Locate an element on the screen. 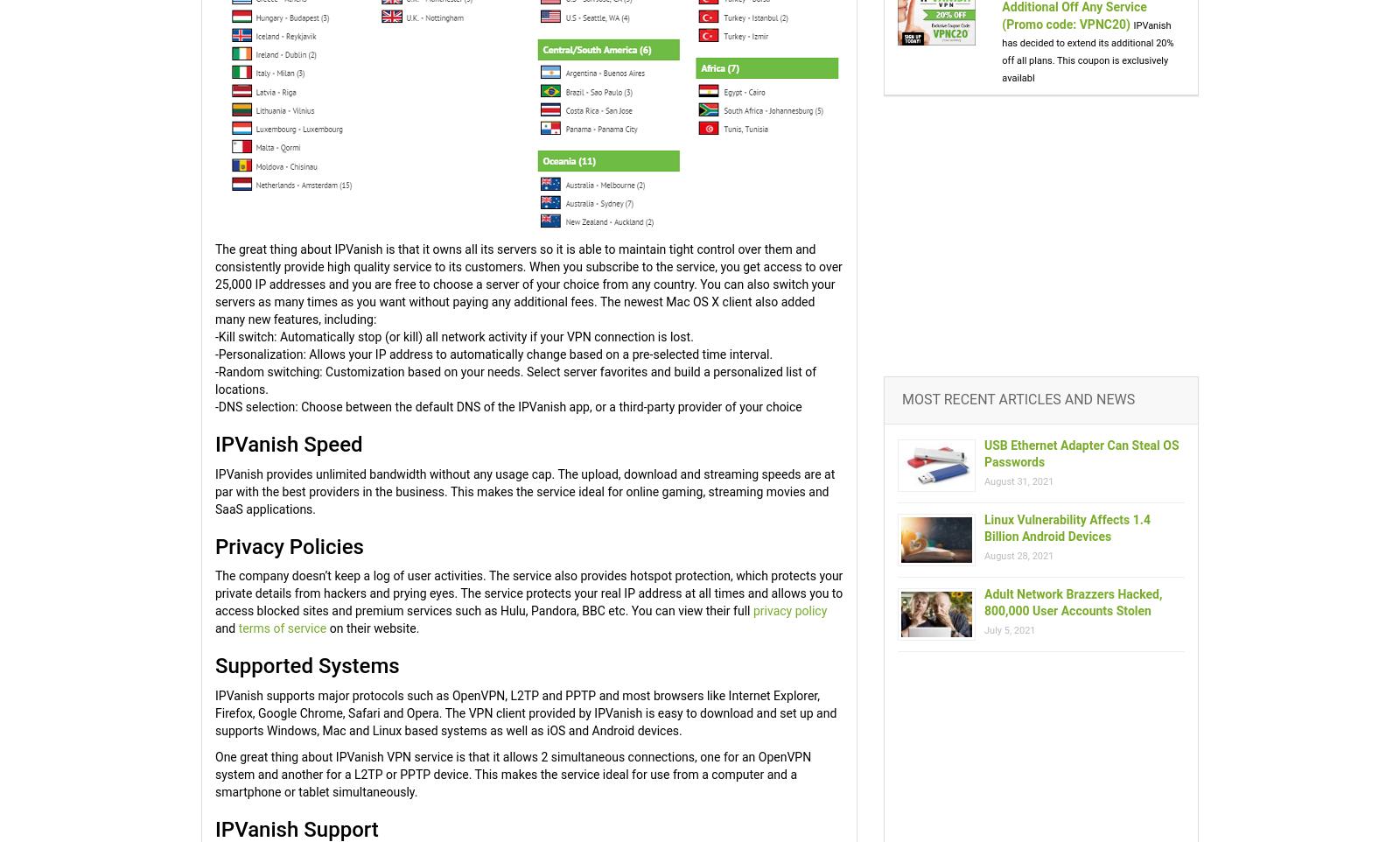 This screenshot has height=842, width=1400. 'August 31, 2021' is located at coordinates (1018, 481).